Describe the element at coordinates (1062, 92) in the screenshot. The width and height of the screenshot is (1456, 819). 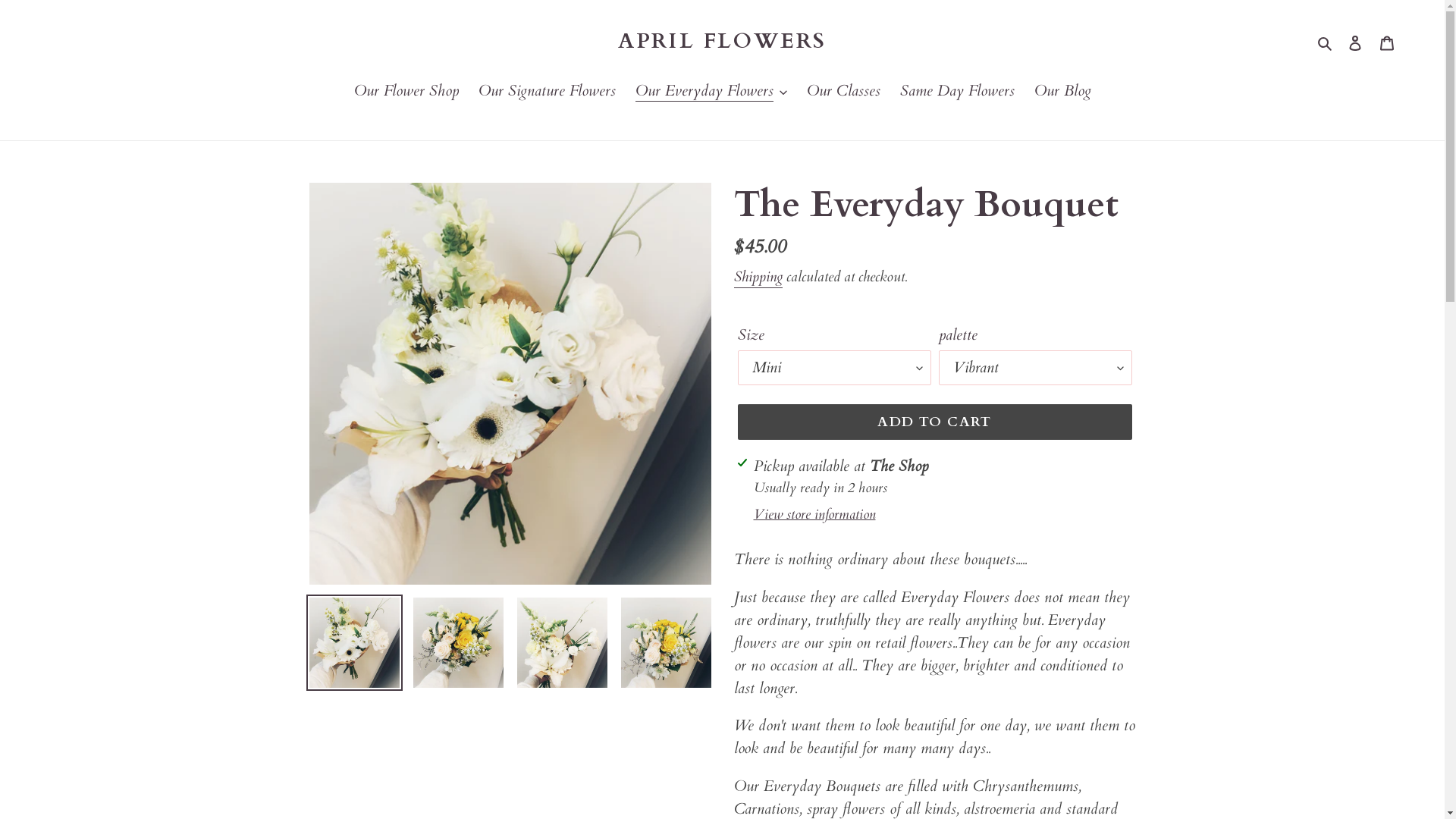
I see `'Our Blog'` at that location.